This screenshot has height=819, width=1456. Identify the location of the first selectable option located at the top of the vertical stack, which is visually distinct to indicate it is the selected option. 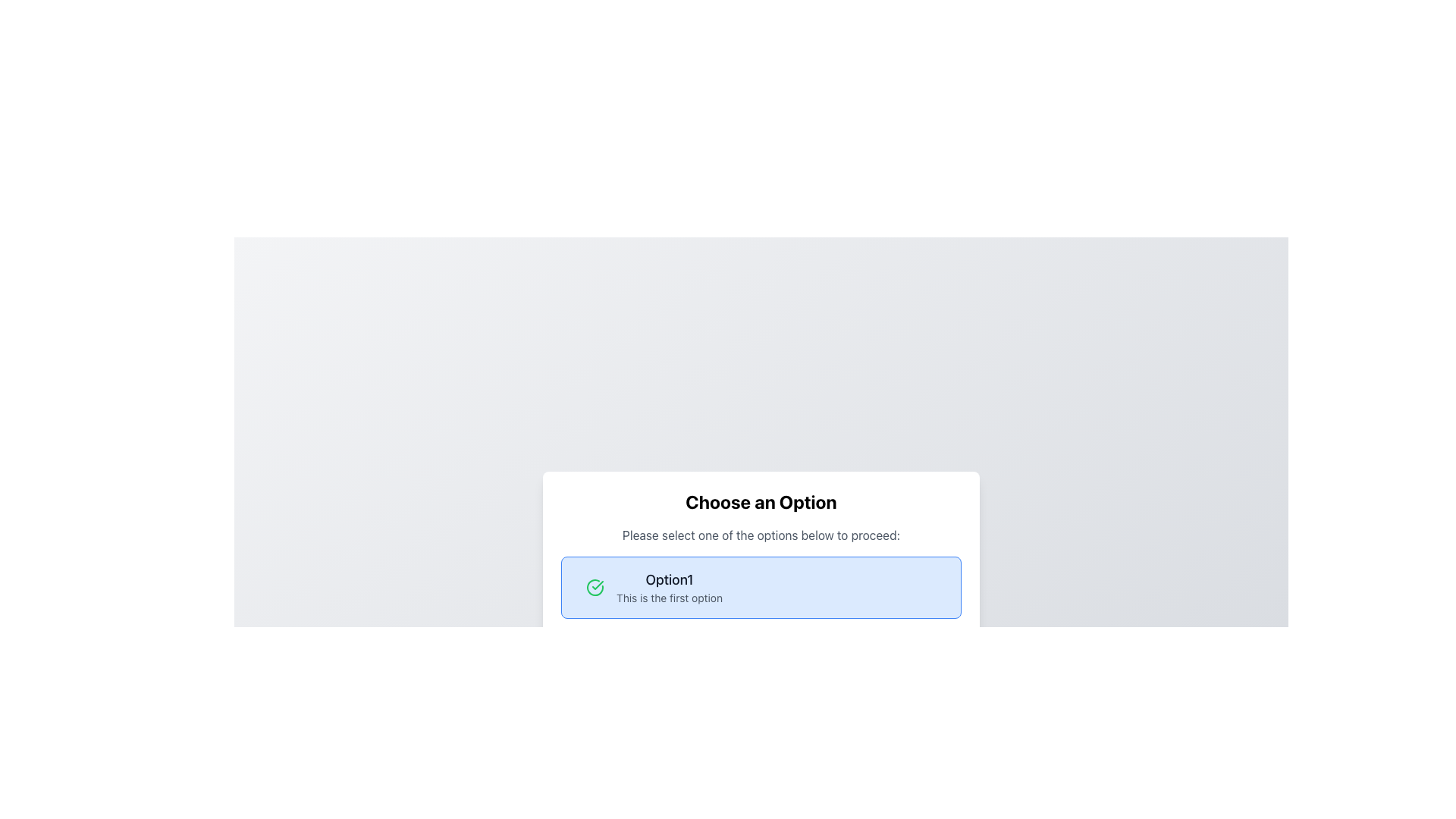
(761, 587).